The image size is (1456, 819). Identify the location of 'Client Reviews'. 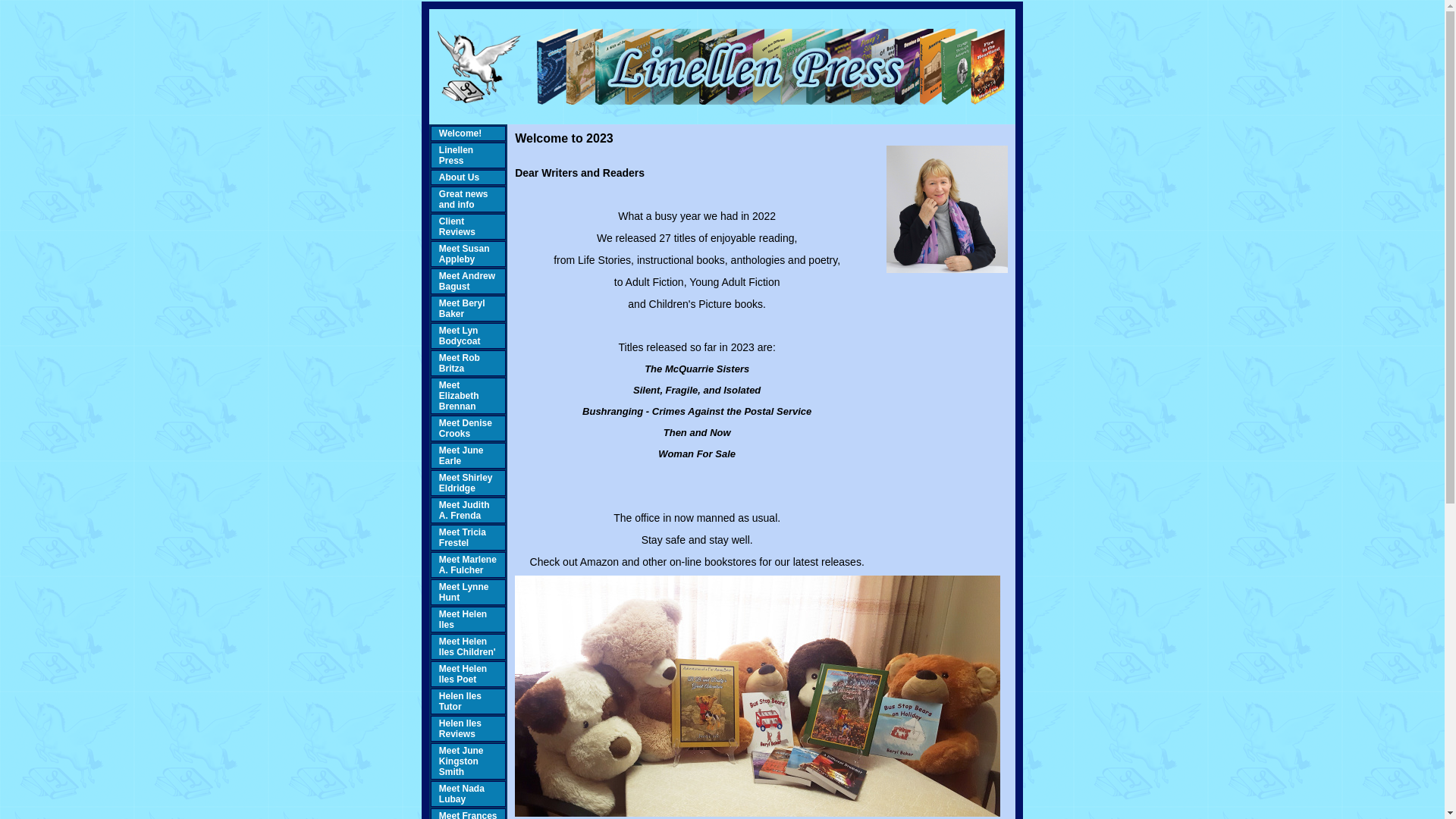
(457, 227).